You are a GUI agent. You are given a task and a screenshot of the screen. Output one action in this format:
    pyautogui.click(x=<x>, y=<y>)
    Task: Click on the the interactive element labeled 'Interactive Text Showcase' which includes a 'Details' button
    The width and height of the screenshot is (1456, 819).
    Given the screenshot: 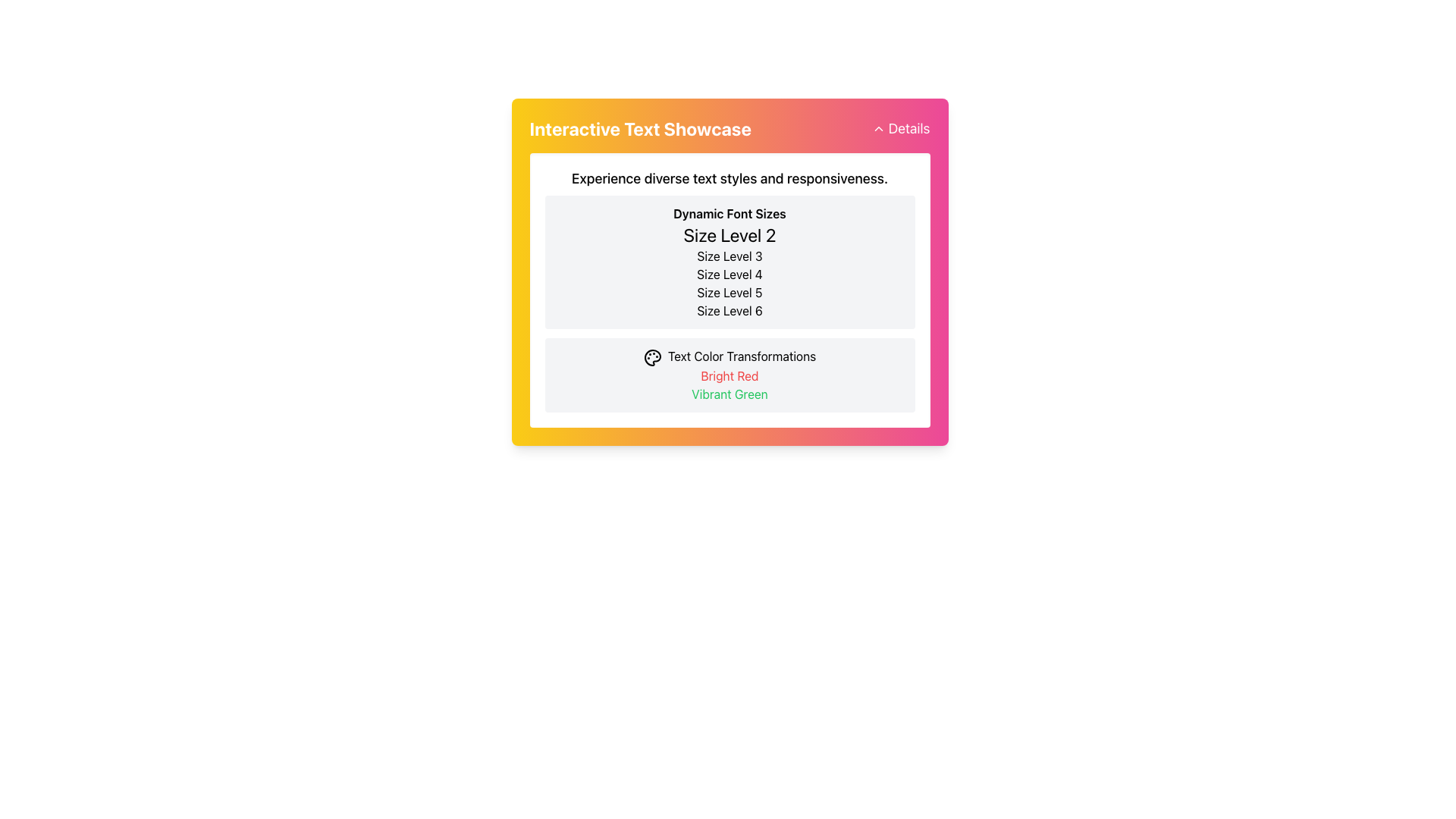 What is the action you would take?
    pyautogui.click(x=730, y=127)
    